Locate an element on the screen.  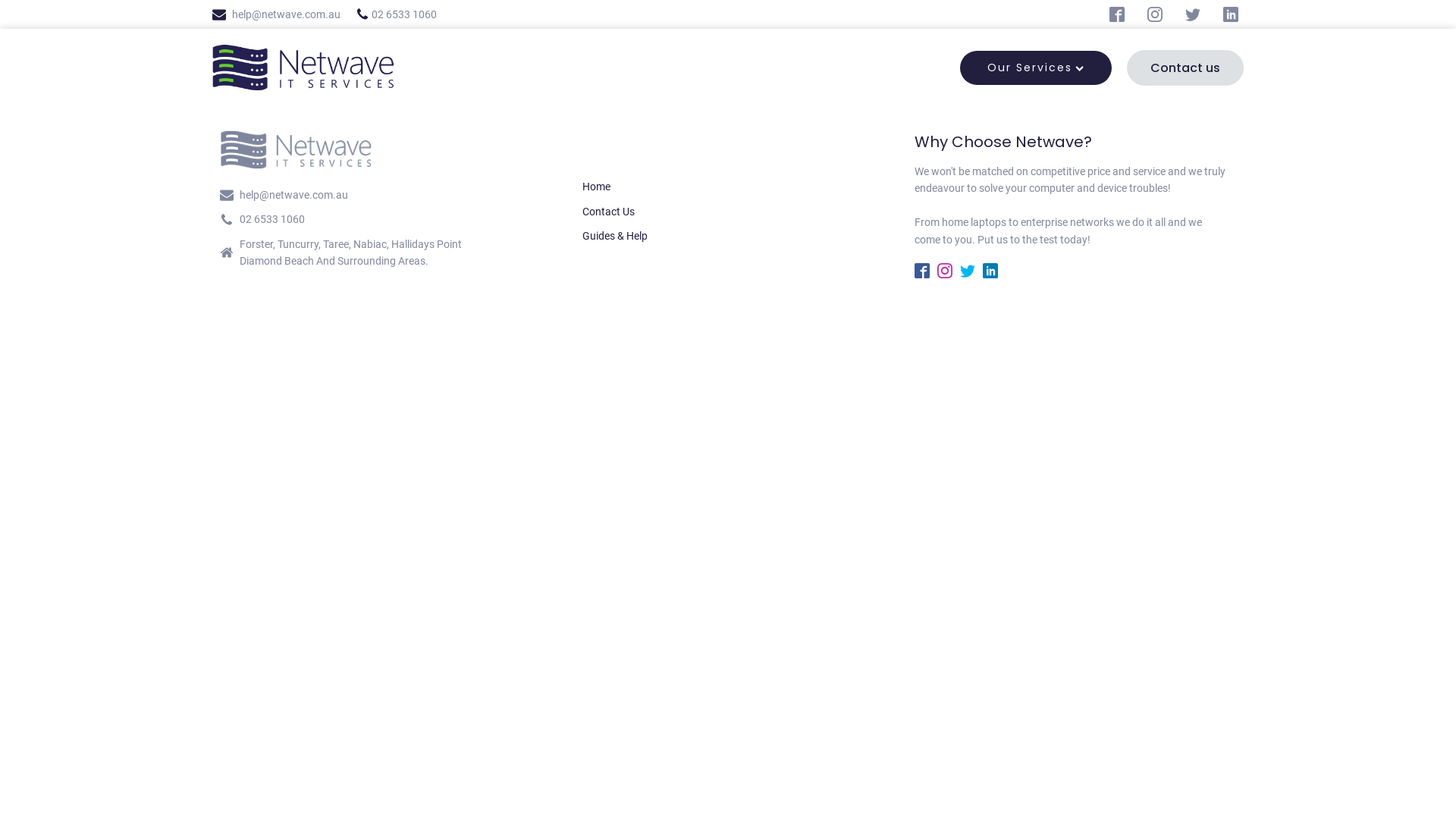
'02 6533 1060' is located at coordinates (396, 14).